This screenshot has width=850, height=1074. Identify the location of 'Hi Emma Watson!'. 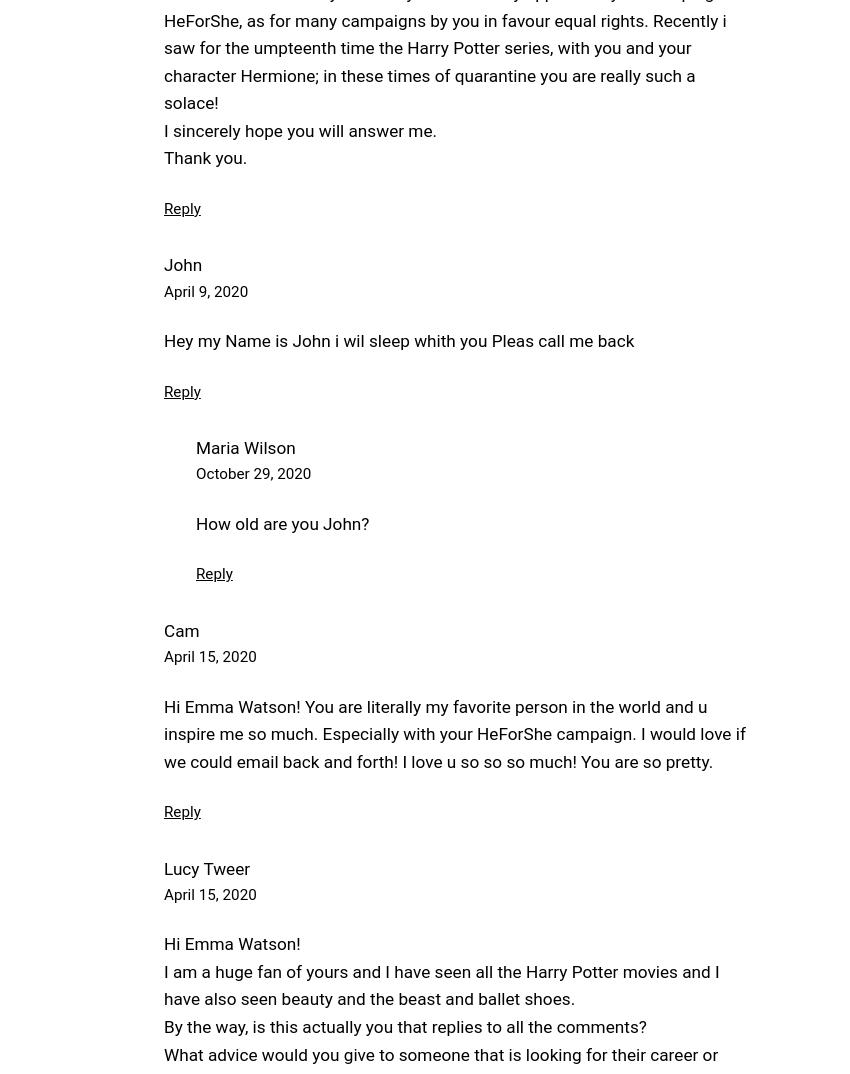
(231, 944).